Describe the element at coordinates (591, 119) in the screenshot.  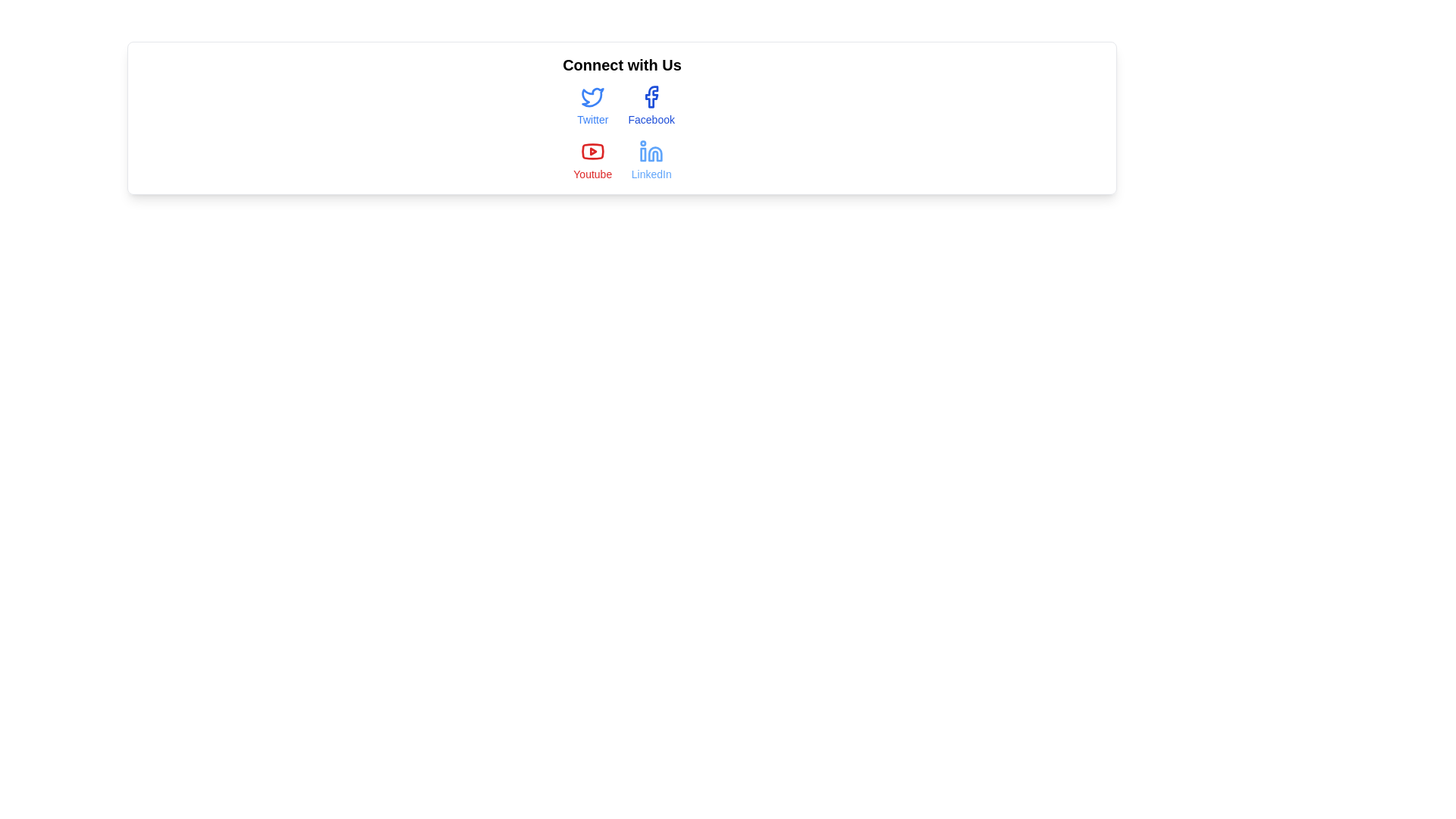
I see `the Twitter label, which serves as a textual identification for the corresponding clickable Twitter icon, positioned directly beneath it in the first column of a grid of social media items` at that location.